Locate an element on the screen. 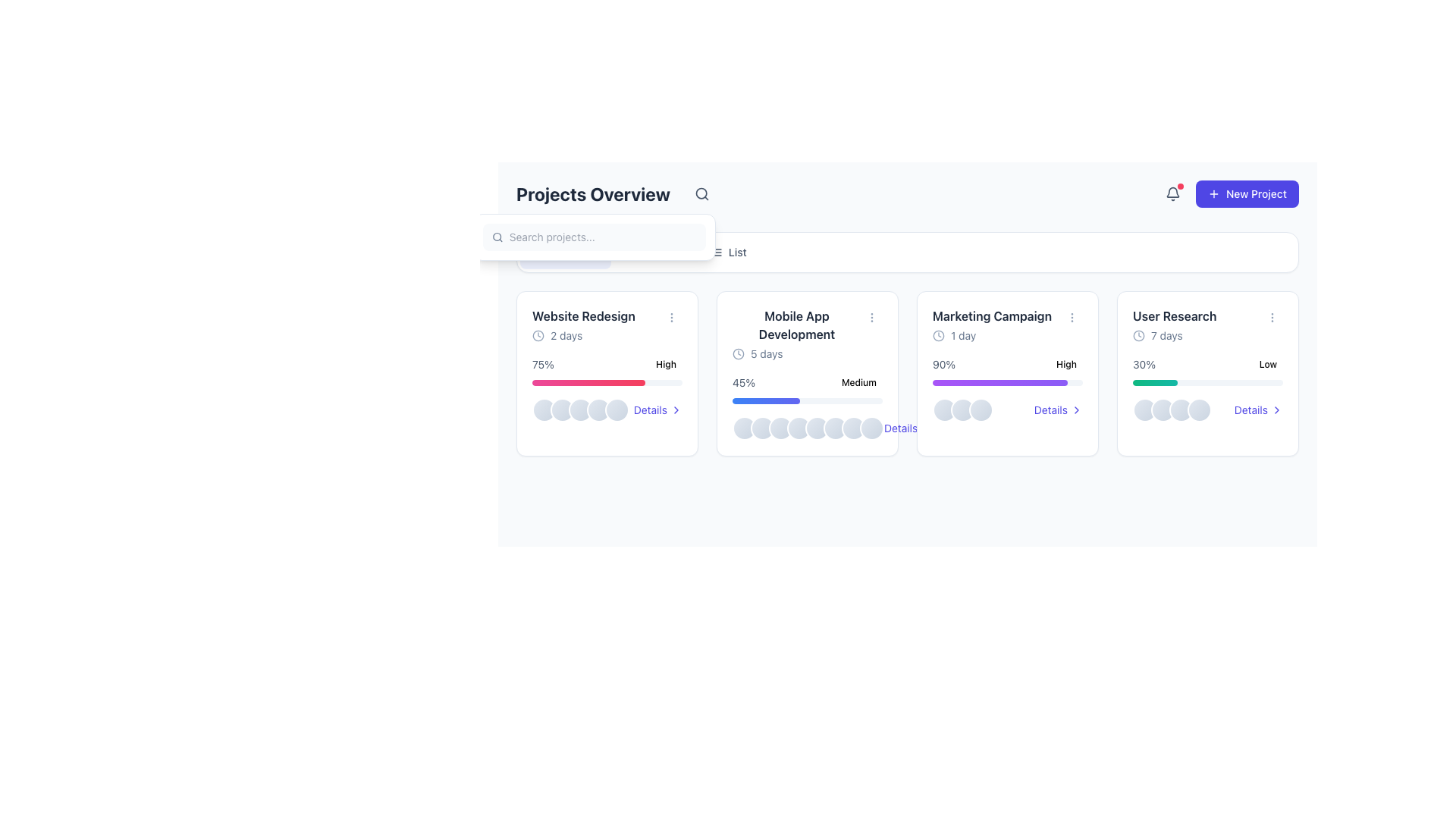  the 6th circular avatar indicator element that visually represents a user or entity is located at coordinates (835, 428).